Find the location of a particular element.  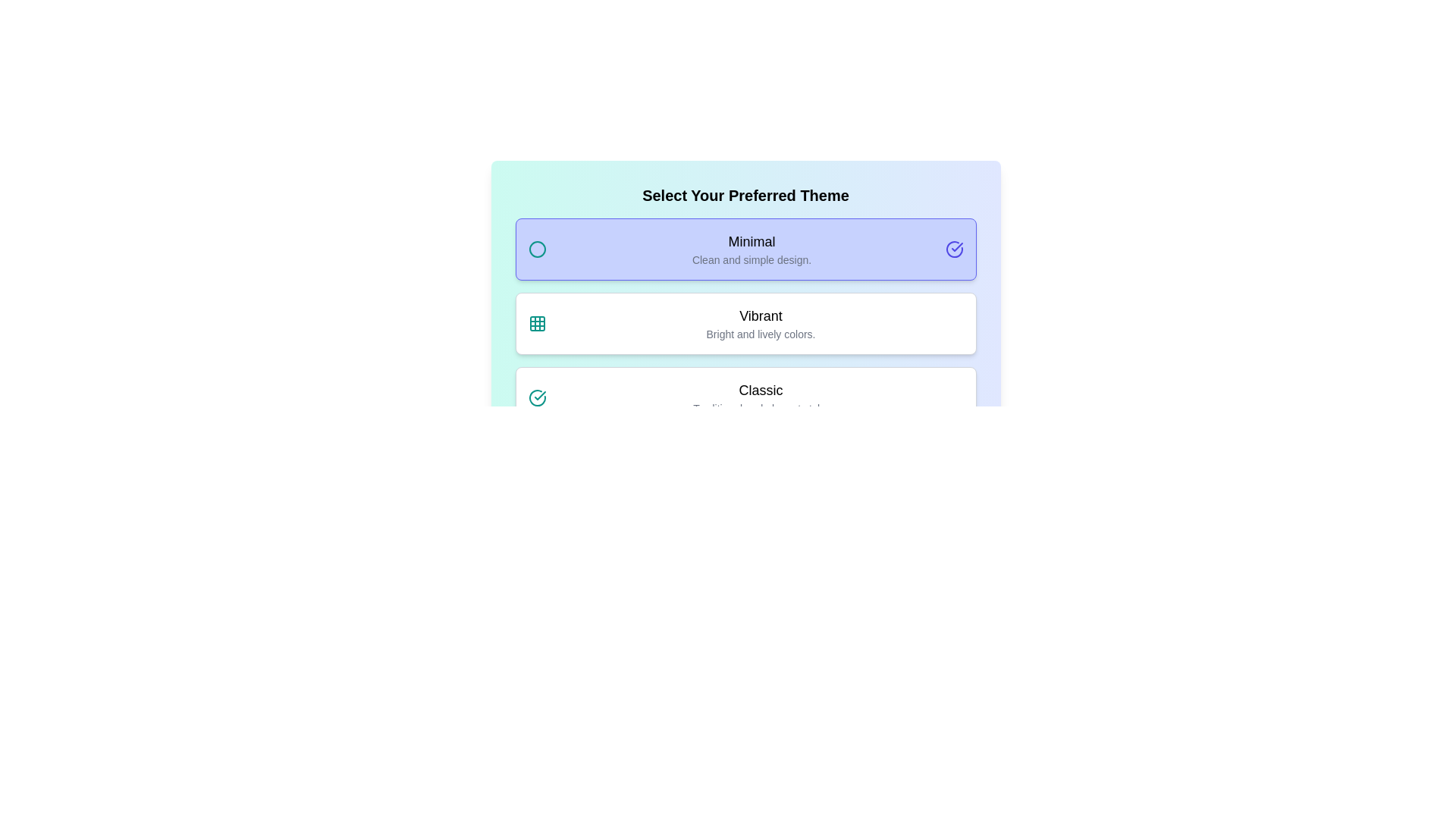

'Vibrant' theme label, which serves as a title for the theme selection option located centrally within the theme selection card is located at coordinates (761, 315).